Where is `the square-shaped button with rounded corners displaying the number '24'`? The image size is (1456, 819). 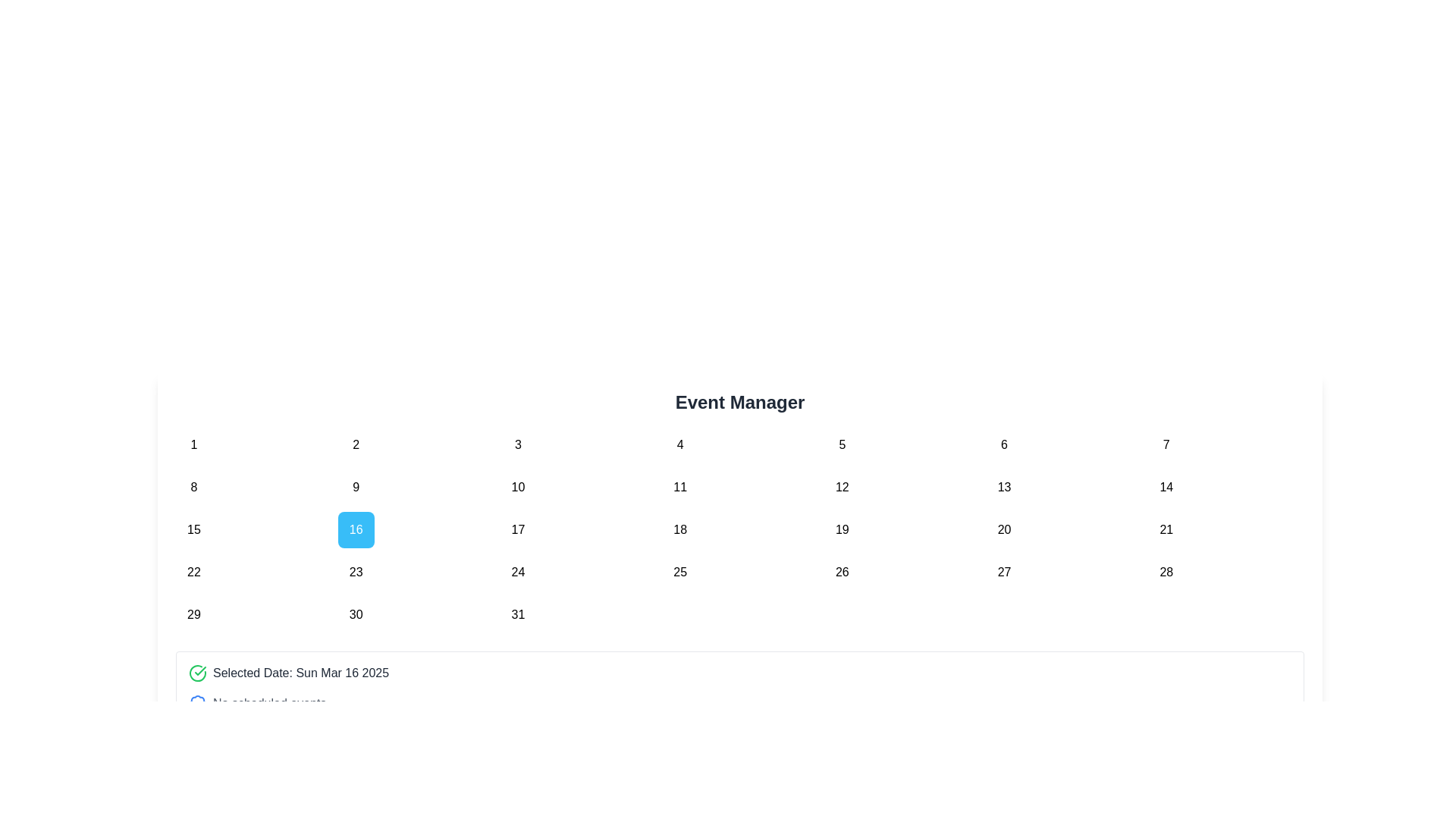 the square-shaped button with rounded corners displaying the number '24' is located at coordinates (518, 573).